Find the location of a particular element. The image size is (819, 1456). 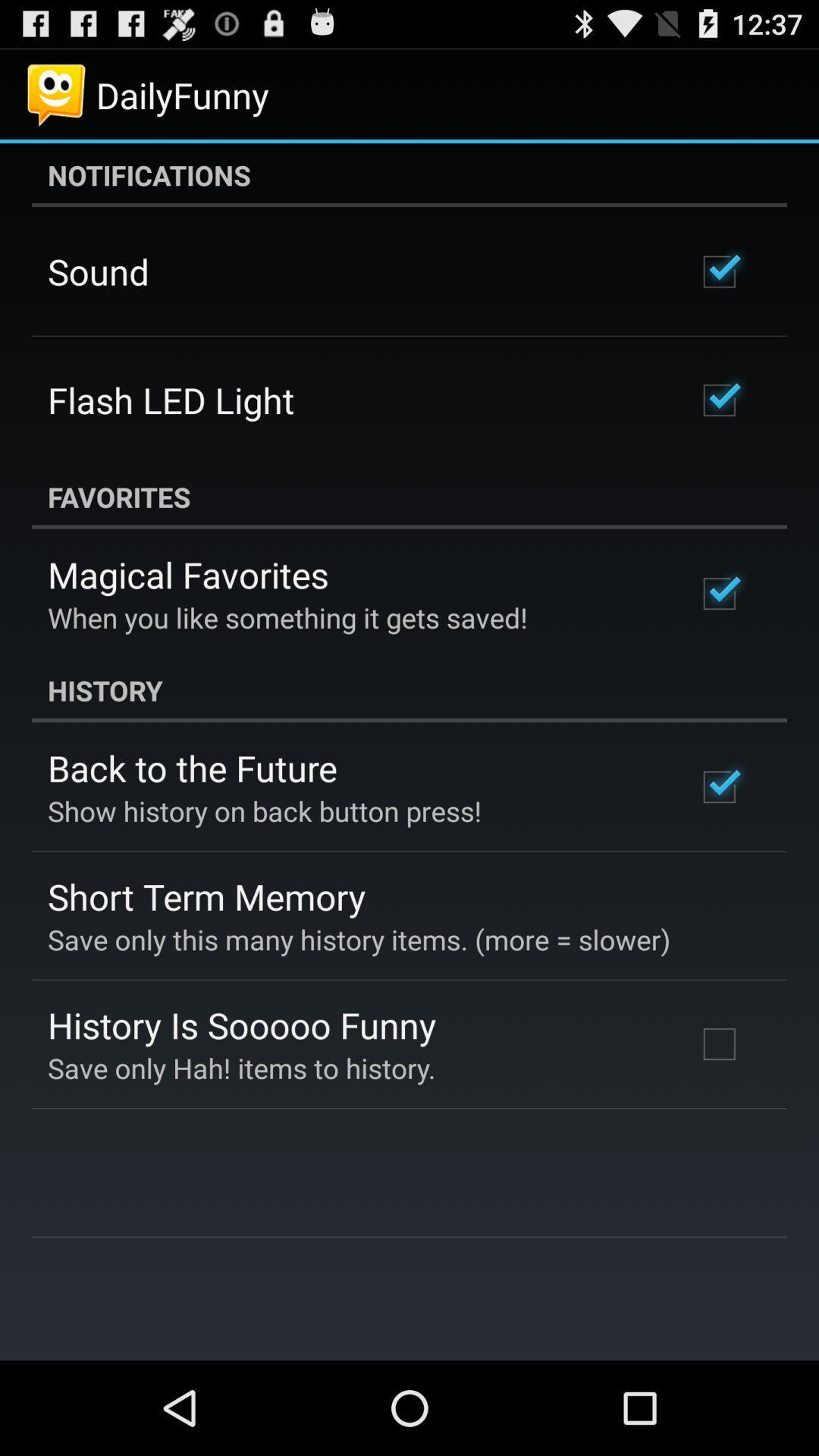

when you like icon is located at coordinates (287, 617).